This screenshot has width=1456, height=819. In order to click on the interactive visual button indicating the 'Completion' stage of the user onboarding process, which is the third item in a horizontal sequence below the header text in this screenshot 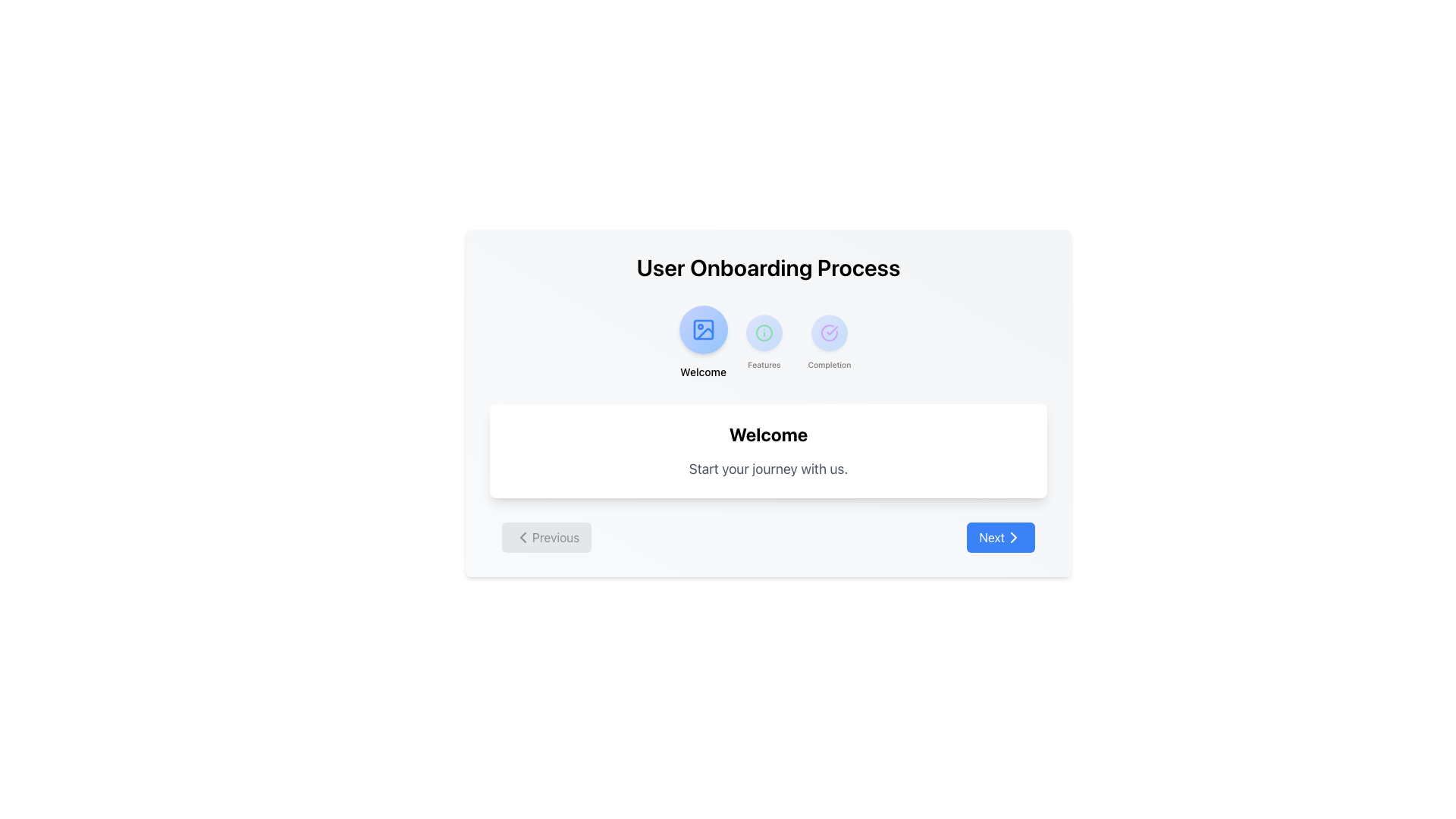, I will do `click(828, 342)`.